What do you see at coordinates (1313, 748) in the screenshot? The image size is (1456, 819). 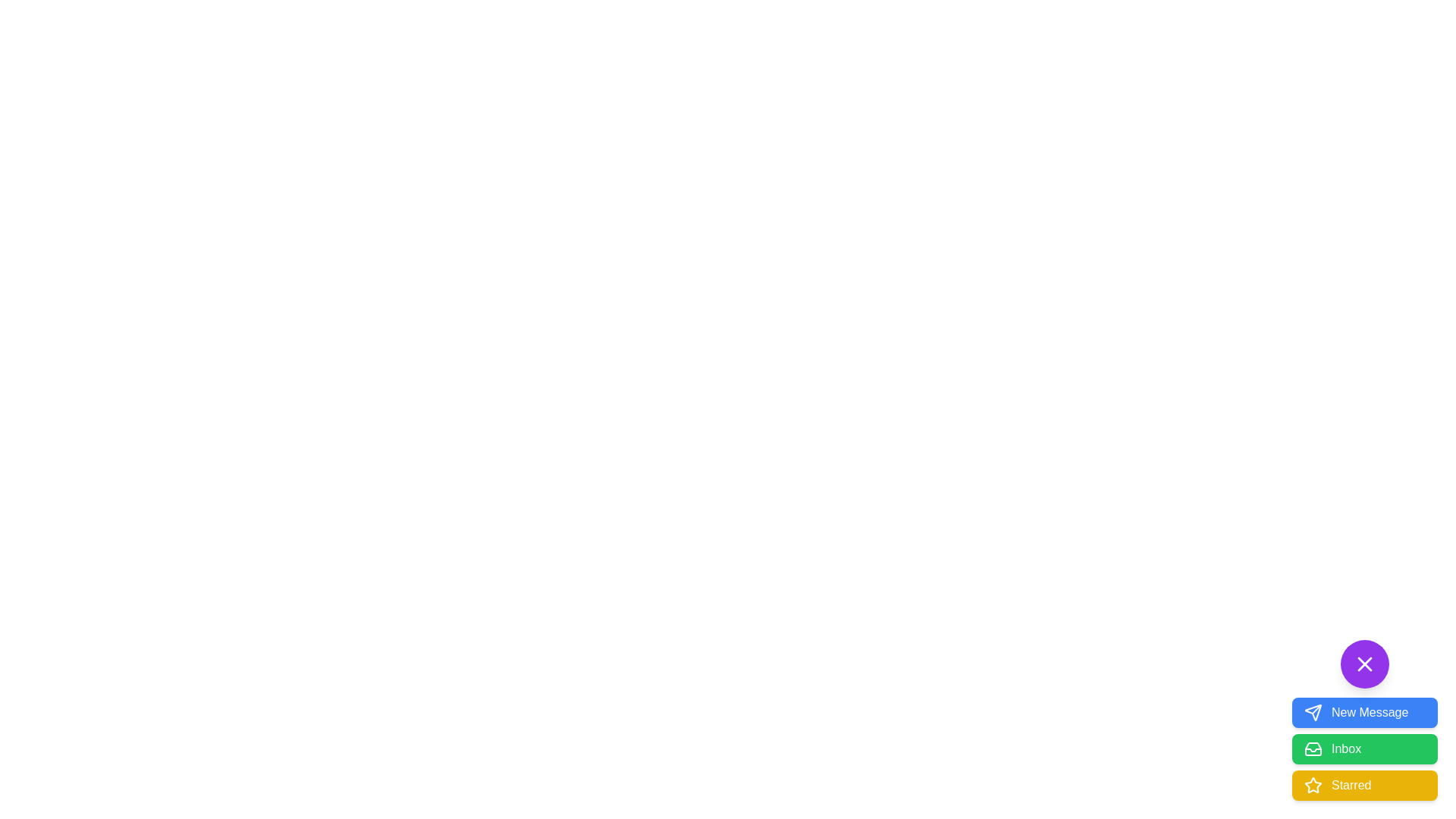 I see `the green inbox icon, which is a minimalistic outline of an open box located within the green 'Inbox' button, positioned below the 'New Message' button and above the 'Starred' button in the bottom right corner of the interface` at bounding box center [1313, 748].